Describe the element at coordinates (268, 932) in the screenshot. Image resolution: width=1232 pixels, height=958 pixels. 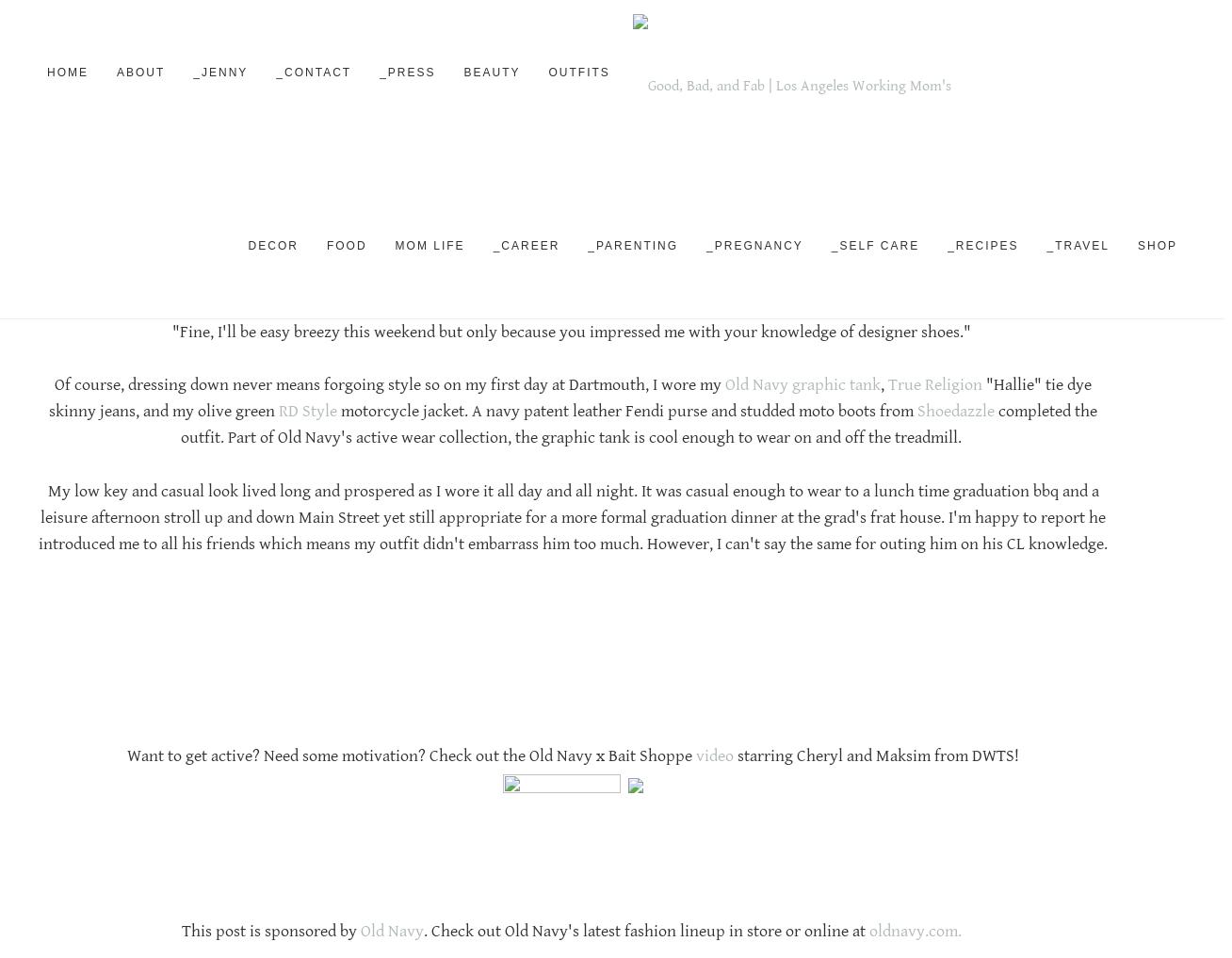
I see `'This post is sponsored by'` at that location.